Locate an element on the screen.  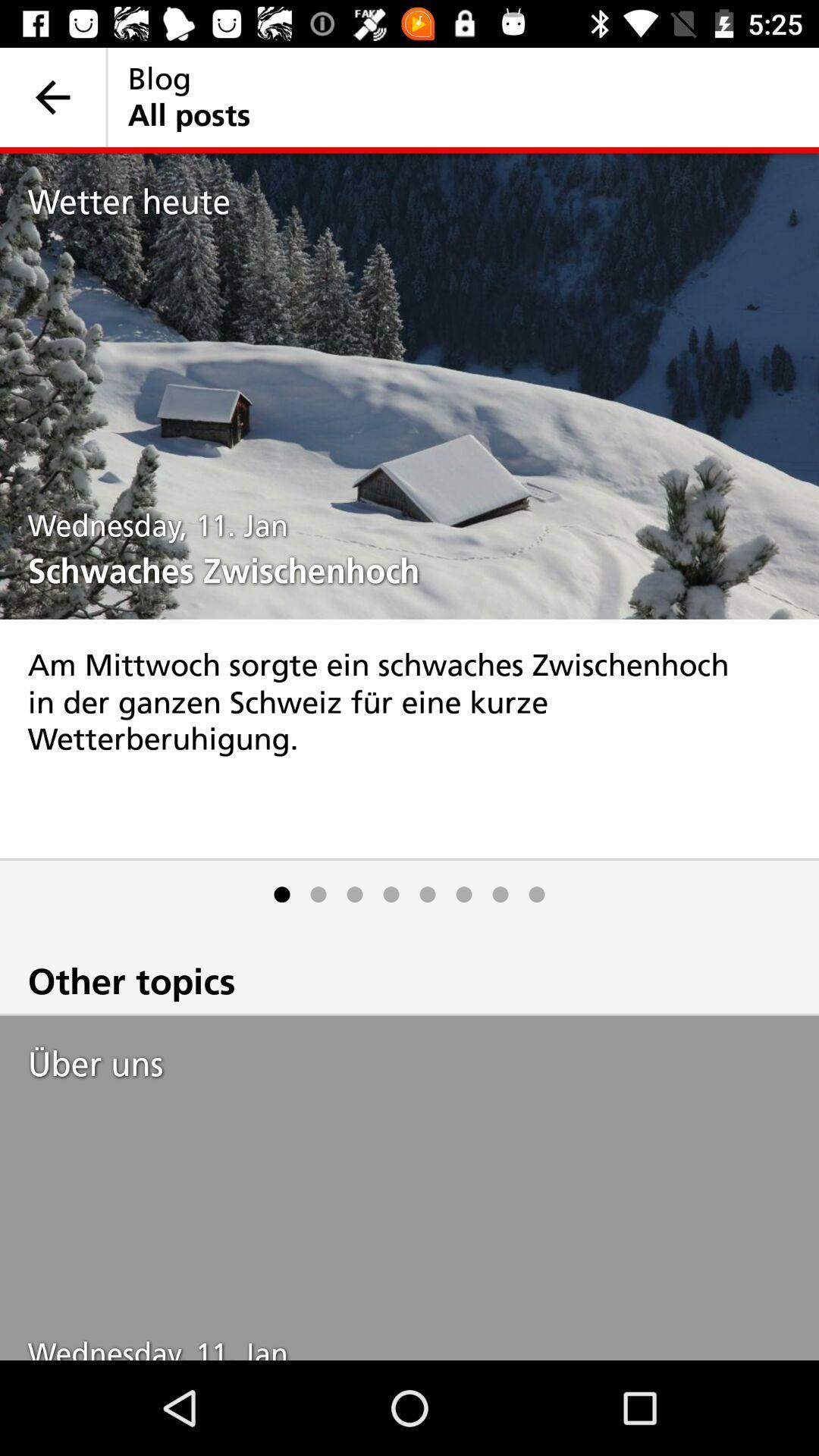
icon above other topics item is located at coordinates (391, 894).